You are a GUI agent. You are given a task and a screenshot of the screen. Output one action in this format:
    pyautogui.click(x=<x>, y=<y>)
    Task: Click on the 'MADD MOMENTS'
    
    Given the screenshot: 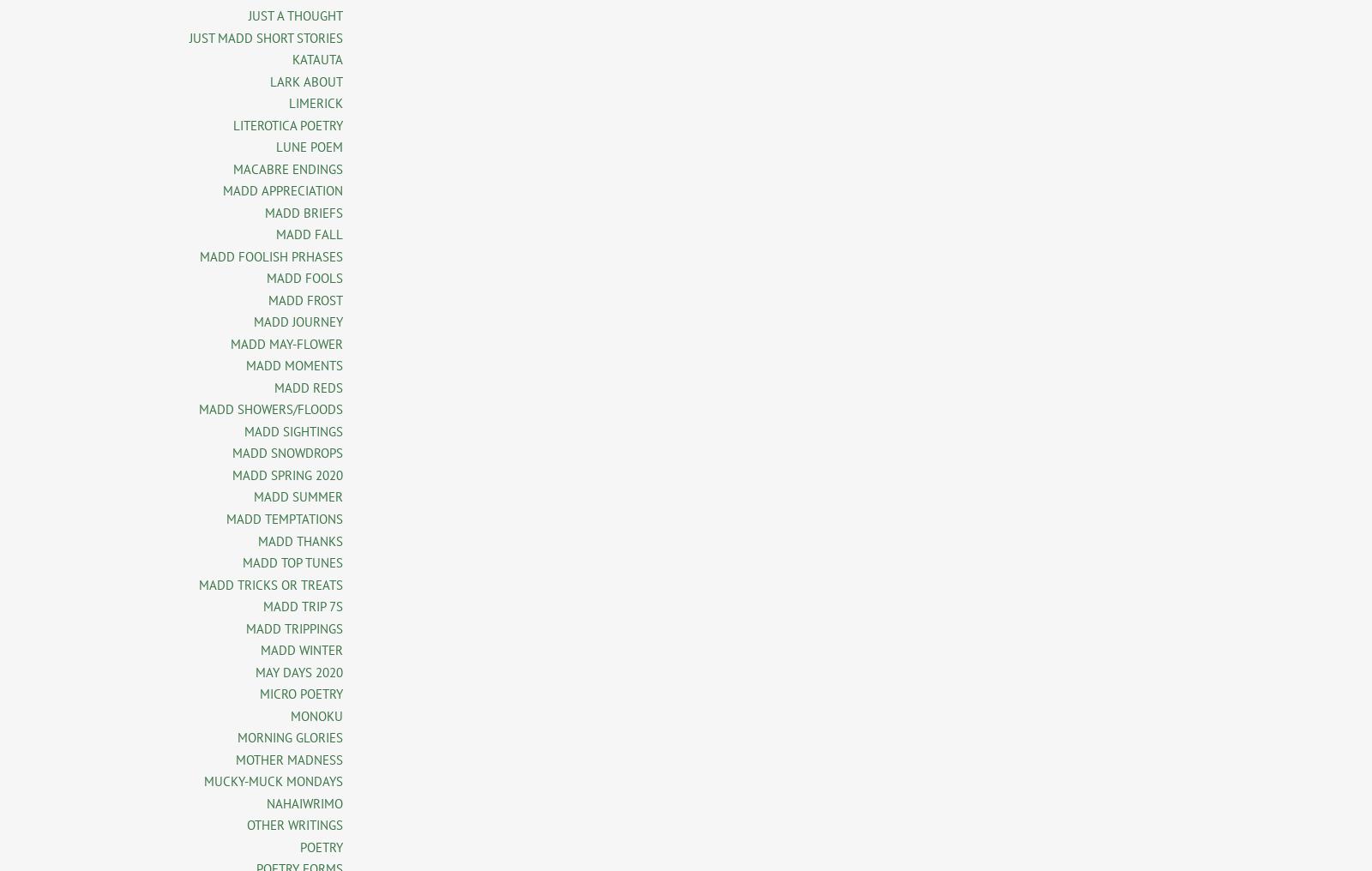 What is the action you would take?
    pyautogui.click(x=294, y=364)
    